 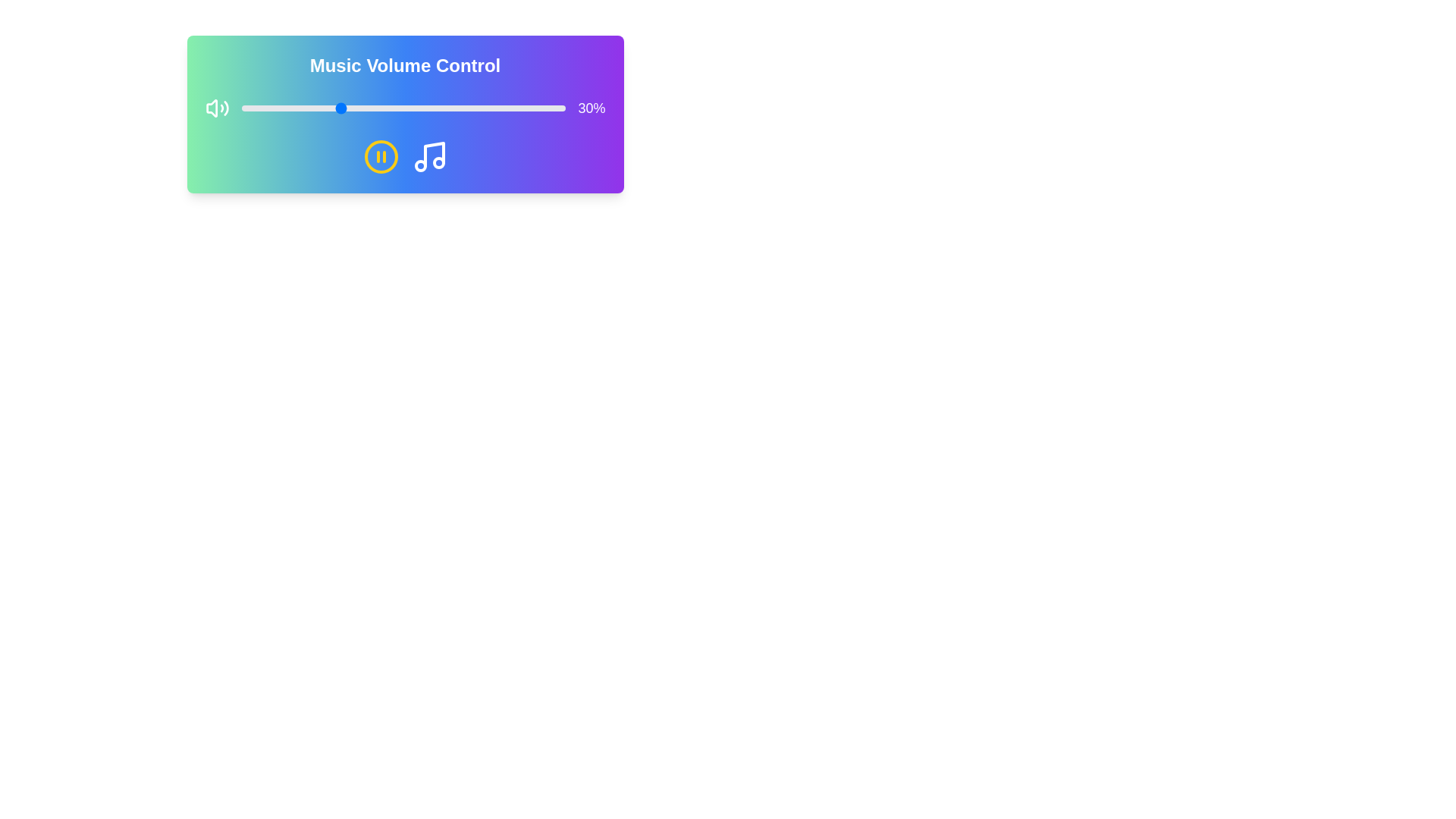 I want to click on the volume, so click(x=264, y=107).